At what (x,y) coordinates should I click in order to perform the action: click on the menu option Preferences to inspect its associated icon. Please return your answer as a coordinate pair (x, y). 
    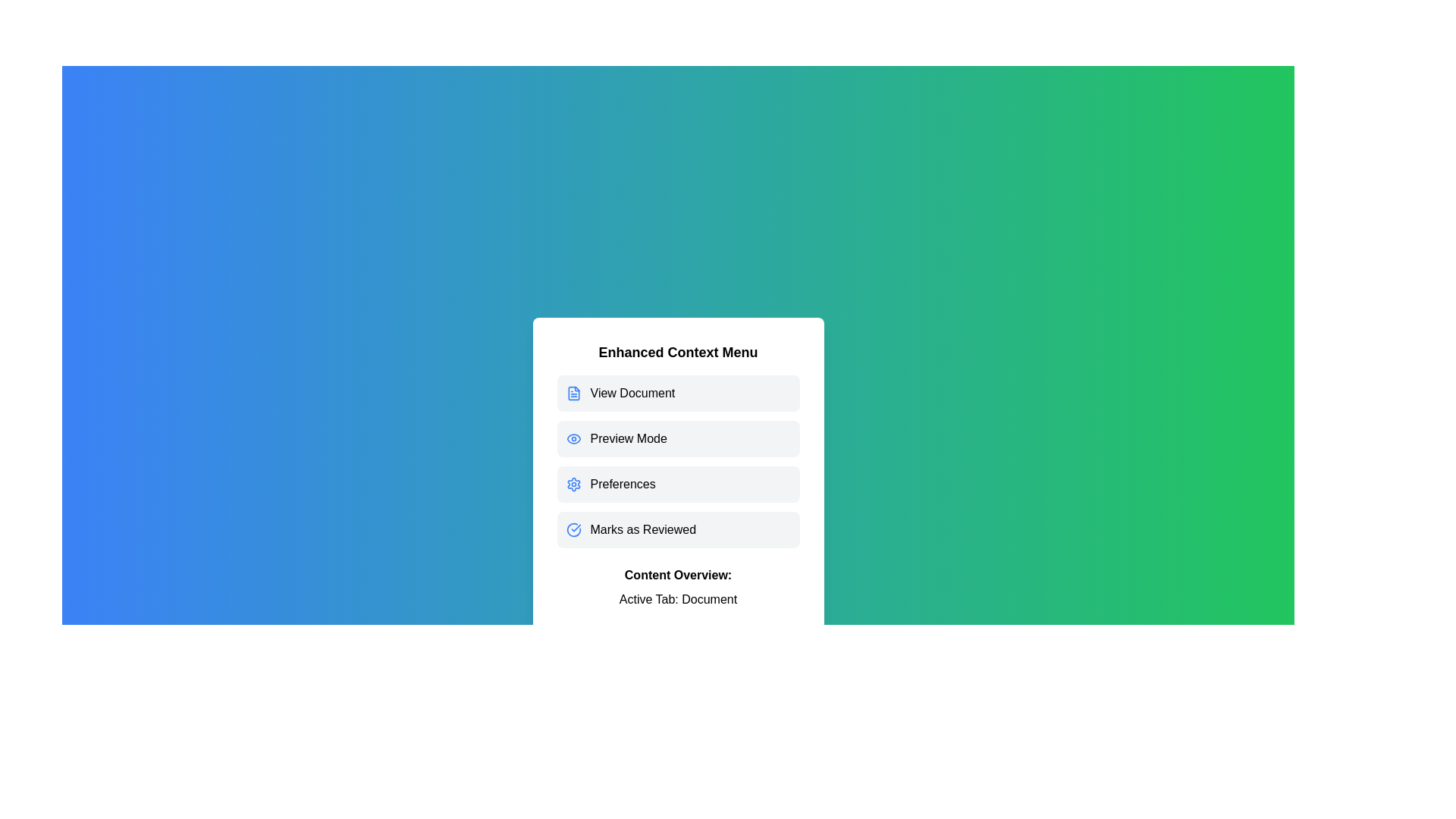
    Looking at the image, I should click on (677, 485).